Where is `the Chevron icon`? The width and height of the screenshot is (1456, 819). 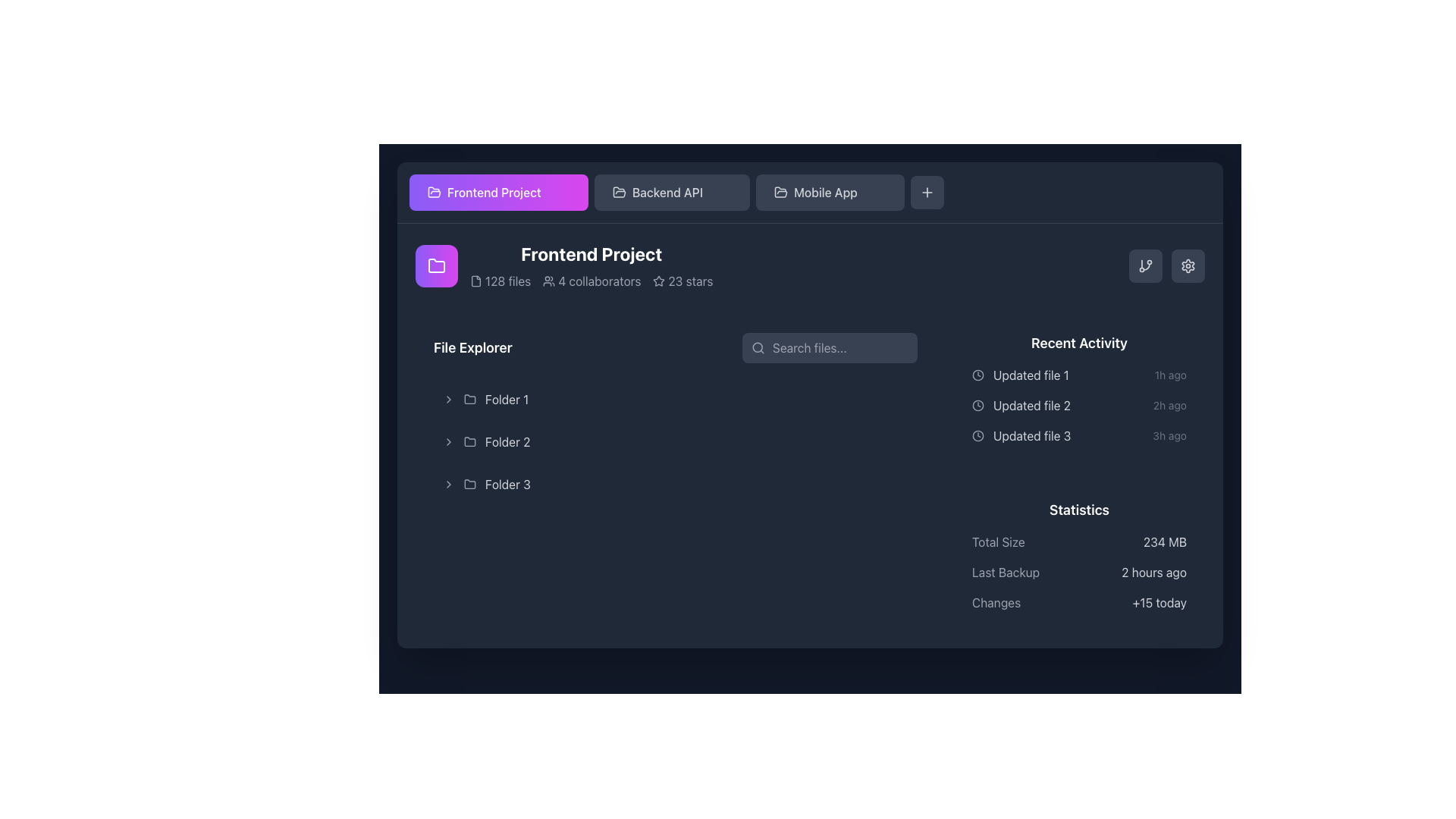
the Chevron icon is located at coordinates (447, 441).